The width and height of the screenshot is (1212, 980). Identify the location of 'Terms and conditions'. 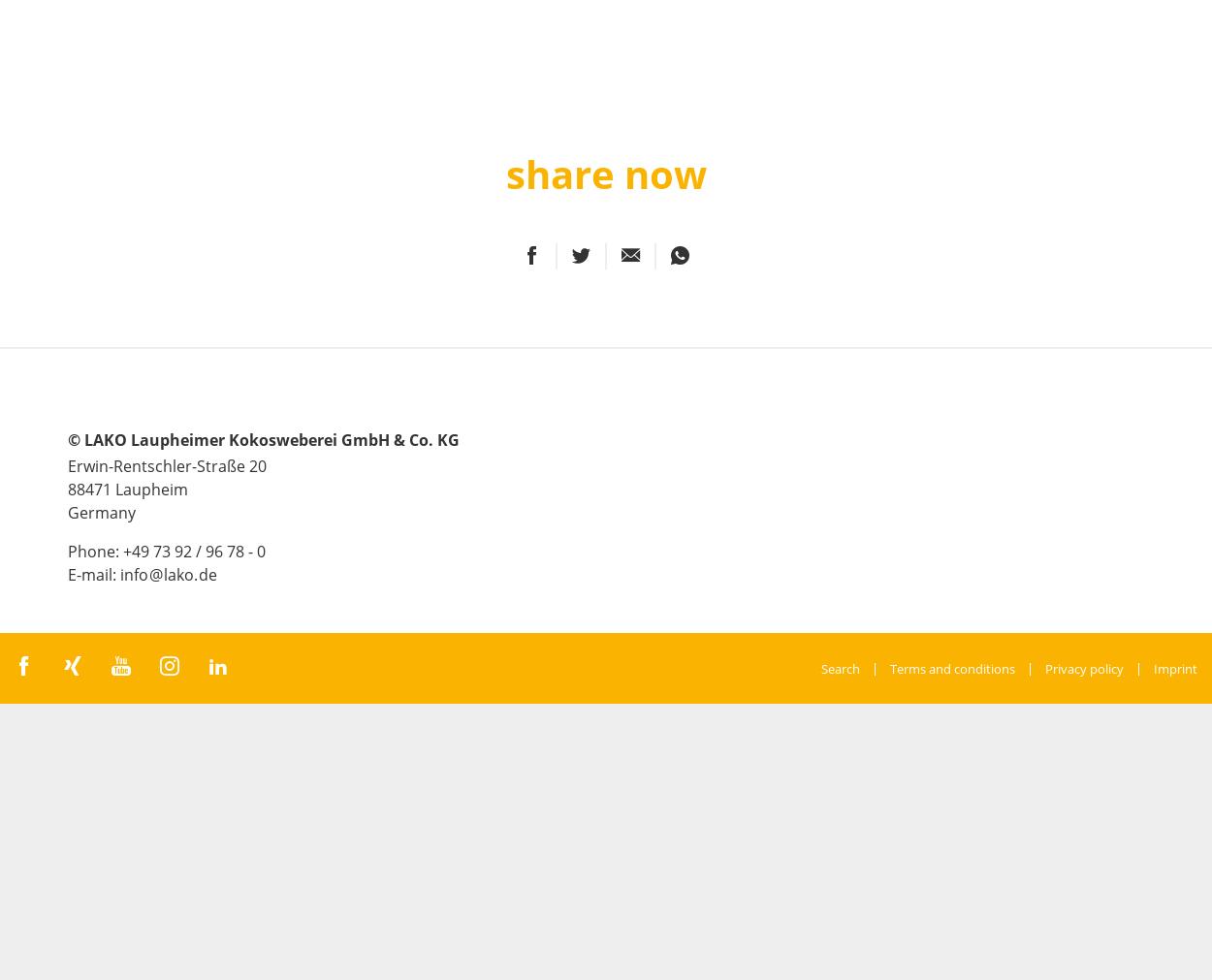
(951, 666).